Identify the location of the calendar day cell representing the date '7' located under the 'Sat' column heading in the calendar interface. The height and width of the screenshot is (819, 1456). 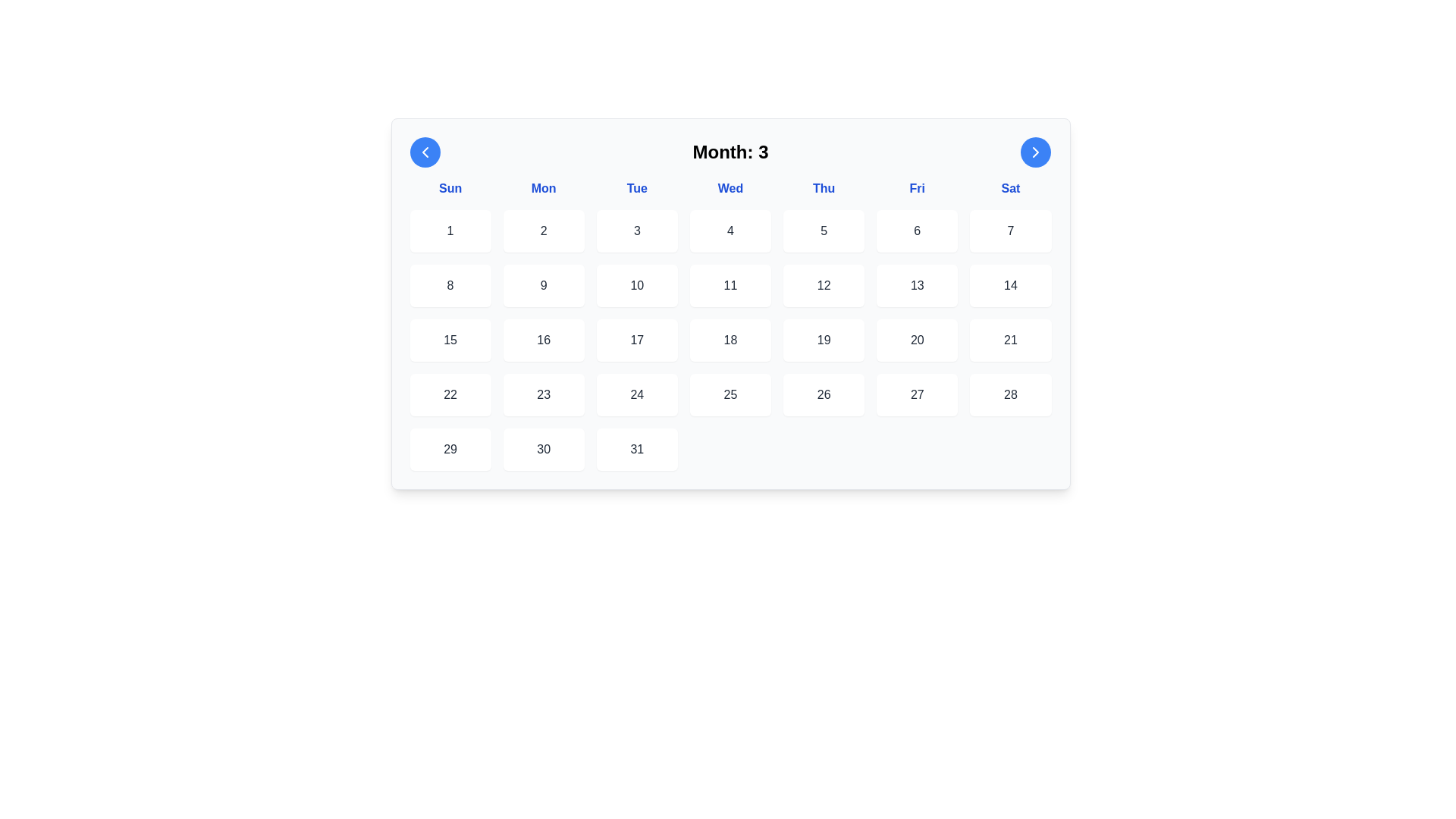
(1010, 231).